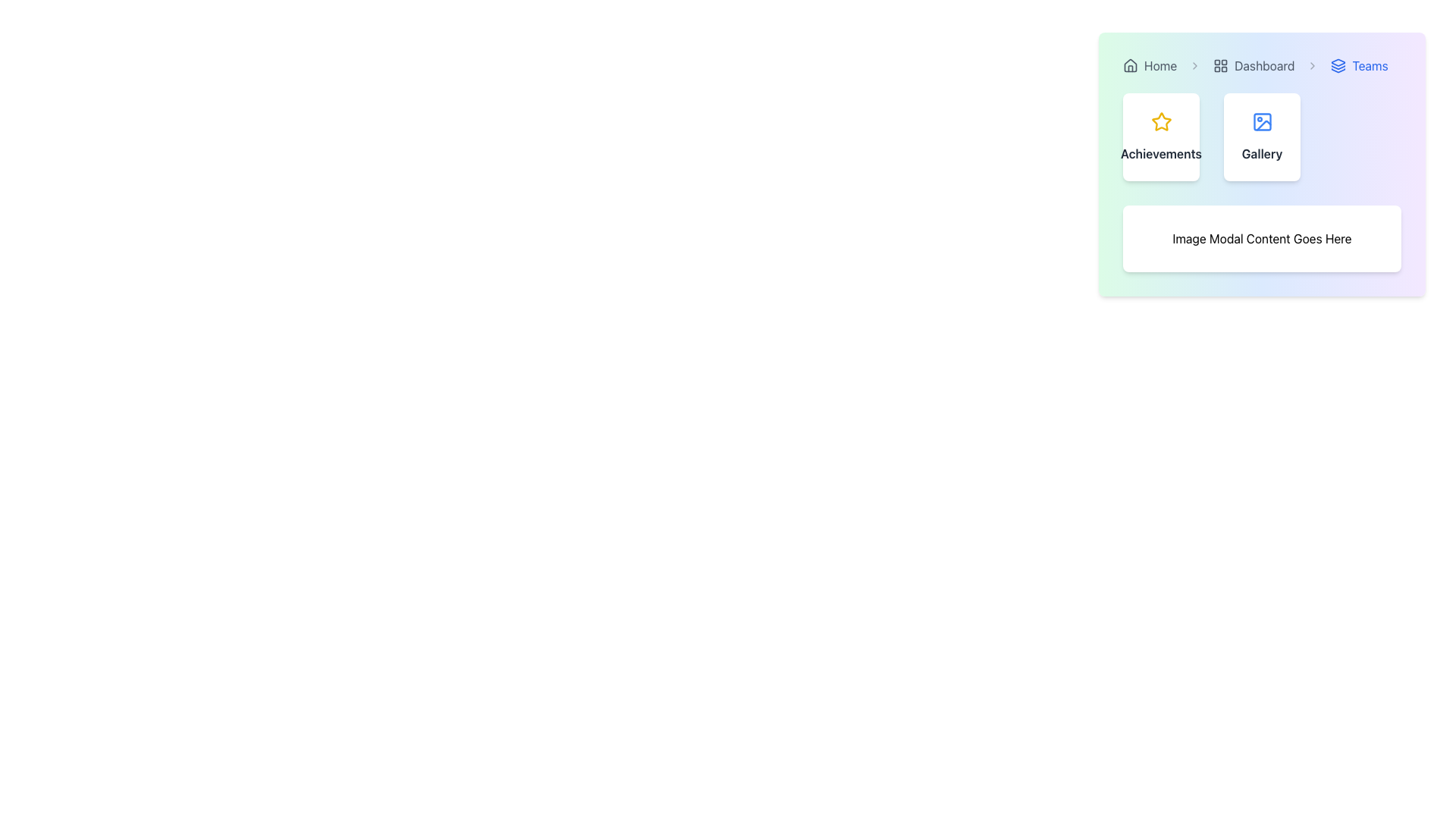 The height and width of the screenshot is (819, 1456). I want to click on the blue rounded rectangle icon resembling a landscape in the 'Gallery' card, positioned near the label 'Gallery', so click(1262, 121).